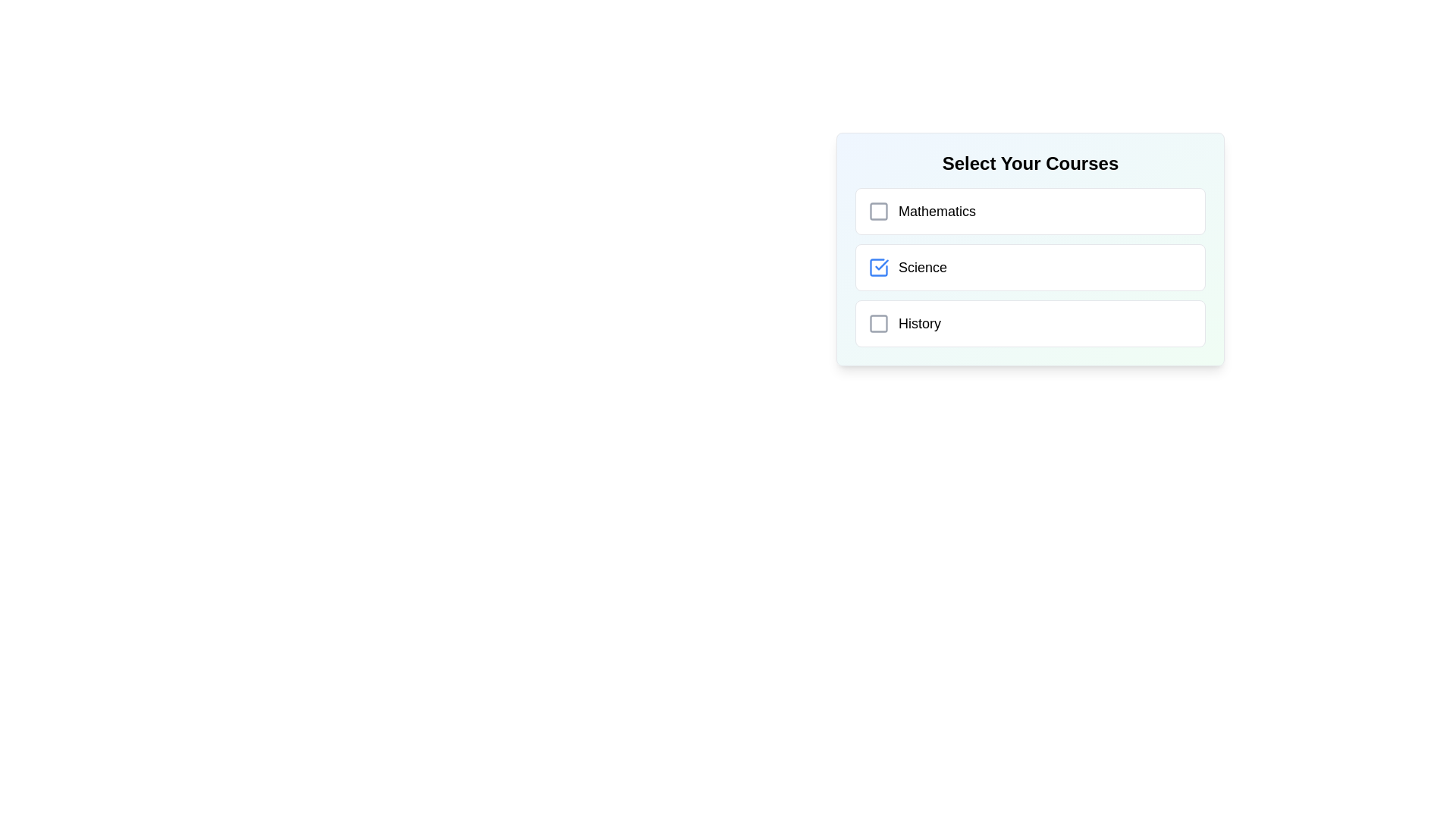 This screenshot has width=1456, height=819. What do you see at coordinates (878, 323) in the screenshot?
I see `the empty square checkbox aligned to the left of the 'History' option` at bounding box center [878, 323].